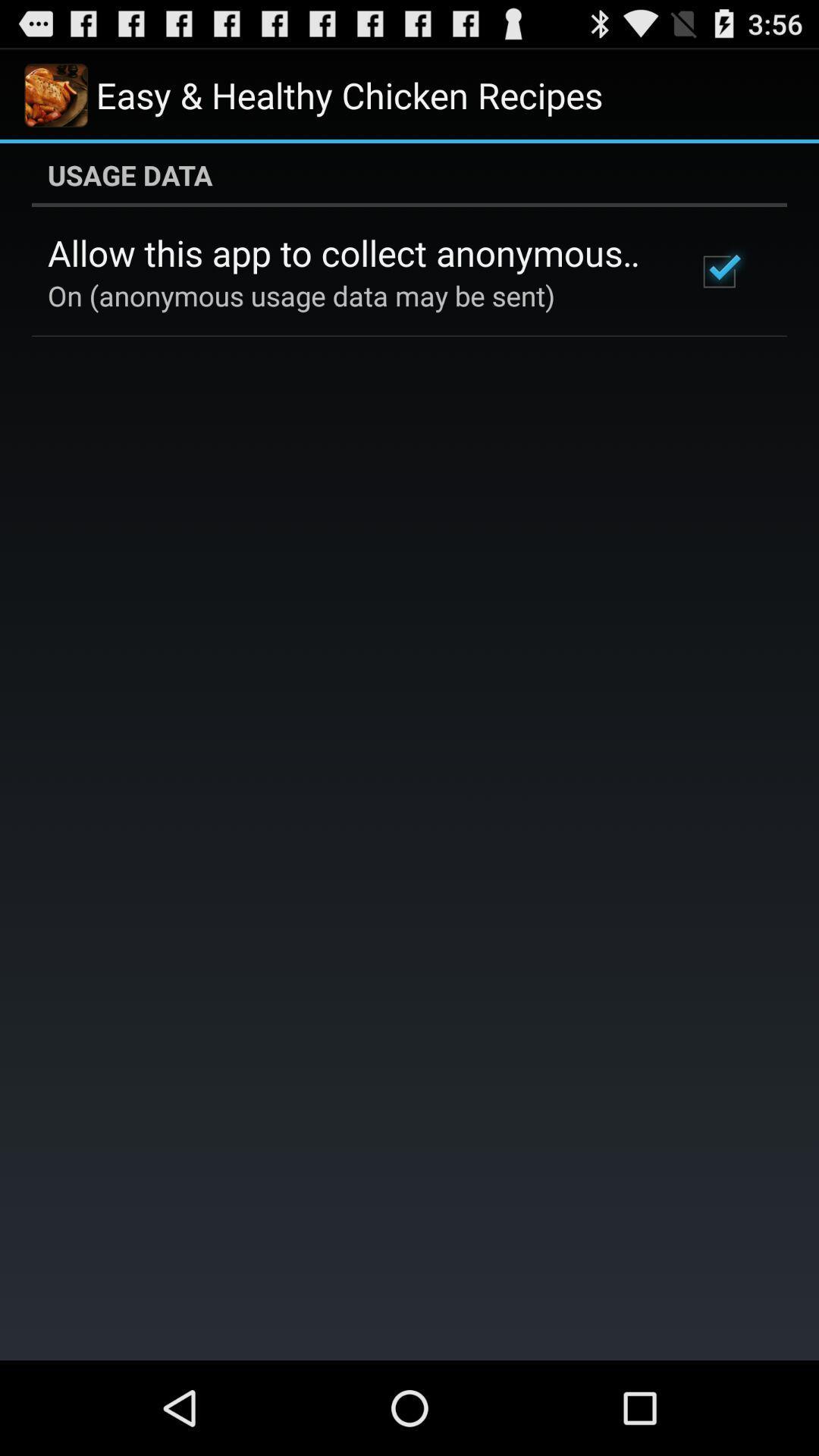  What do you see at coordinates (351, 253) in the screenshot?
I see `app above on anonymous usage icon` at bounding box center [351, 253].